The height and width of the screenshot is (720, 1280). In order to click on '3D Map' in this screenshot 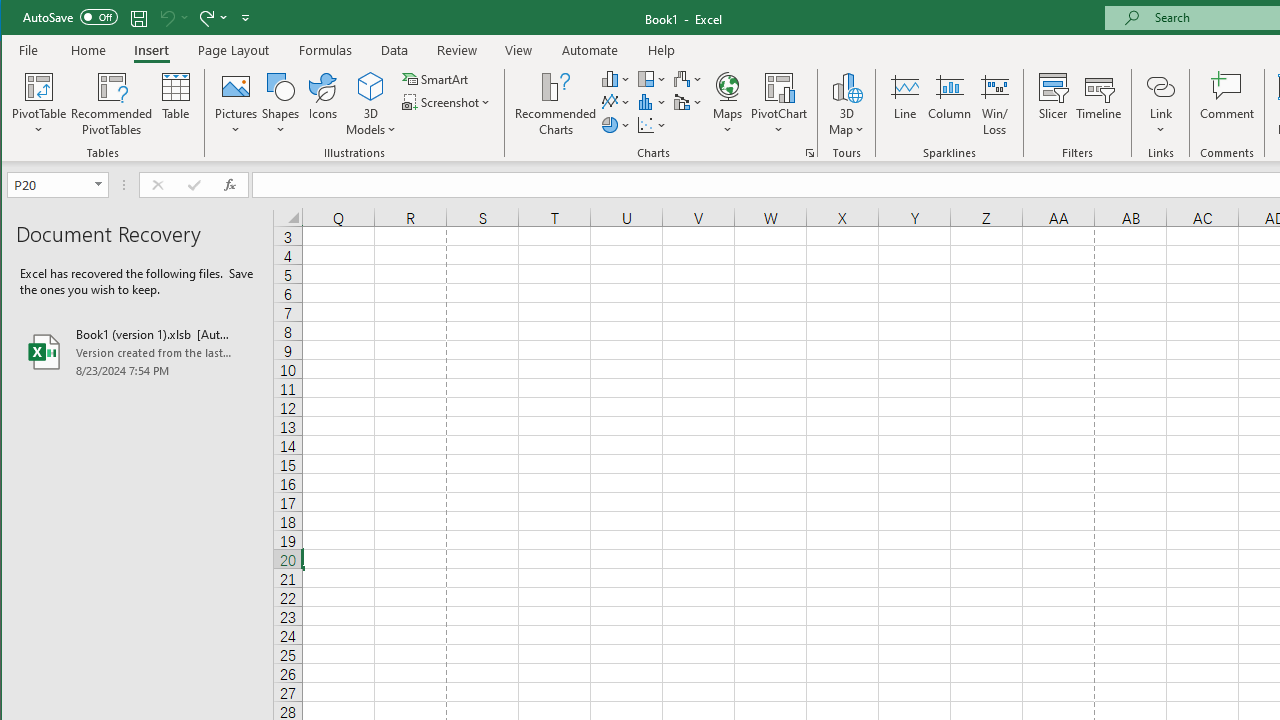, I will do `click(846, 85)`.